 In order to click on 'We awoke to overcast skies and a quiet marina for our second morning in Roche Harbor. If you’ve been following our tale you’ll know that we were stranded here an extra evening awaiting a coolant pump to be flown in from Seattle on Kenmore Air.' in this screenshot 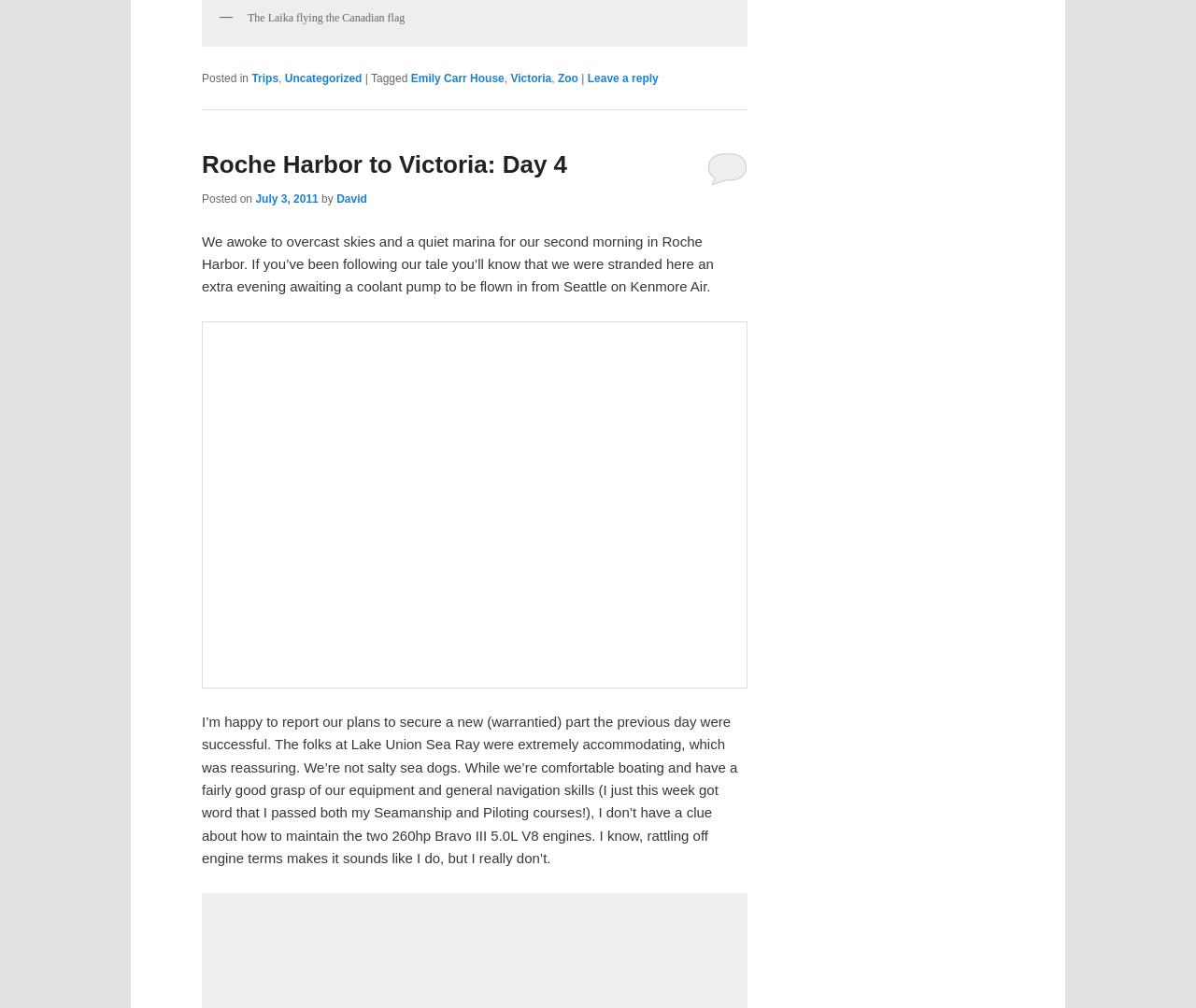, I will do `click(202, 263)`.